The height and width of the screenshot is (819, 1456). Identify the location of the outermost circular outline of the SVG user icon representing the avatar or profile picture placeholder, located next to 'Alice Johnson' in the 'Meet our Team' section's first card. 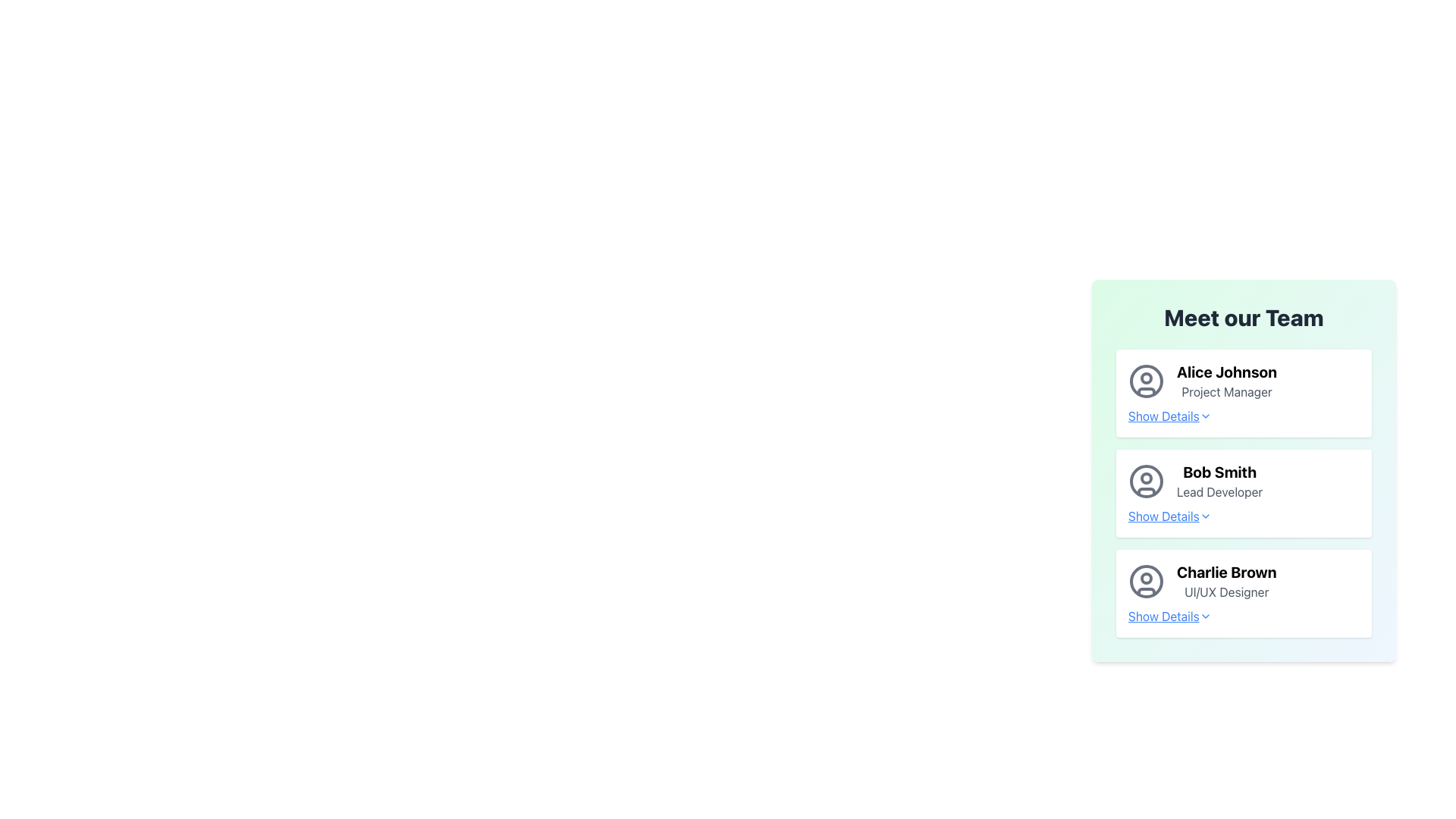
(1147, 380).